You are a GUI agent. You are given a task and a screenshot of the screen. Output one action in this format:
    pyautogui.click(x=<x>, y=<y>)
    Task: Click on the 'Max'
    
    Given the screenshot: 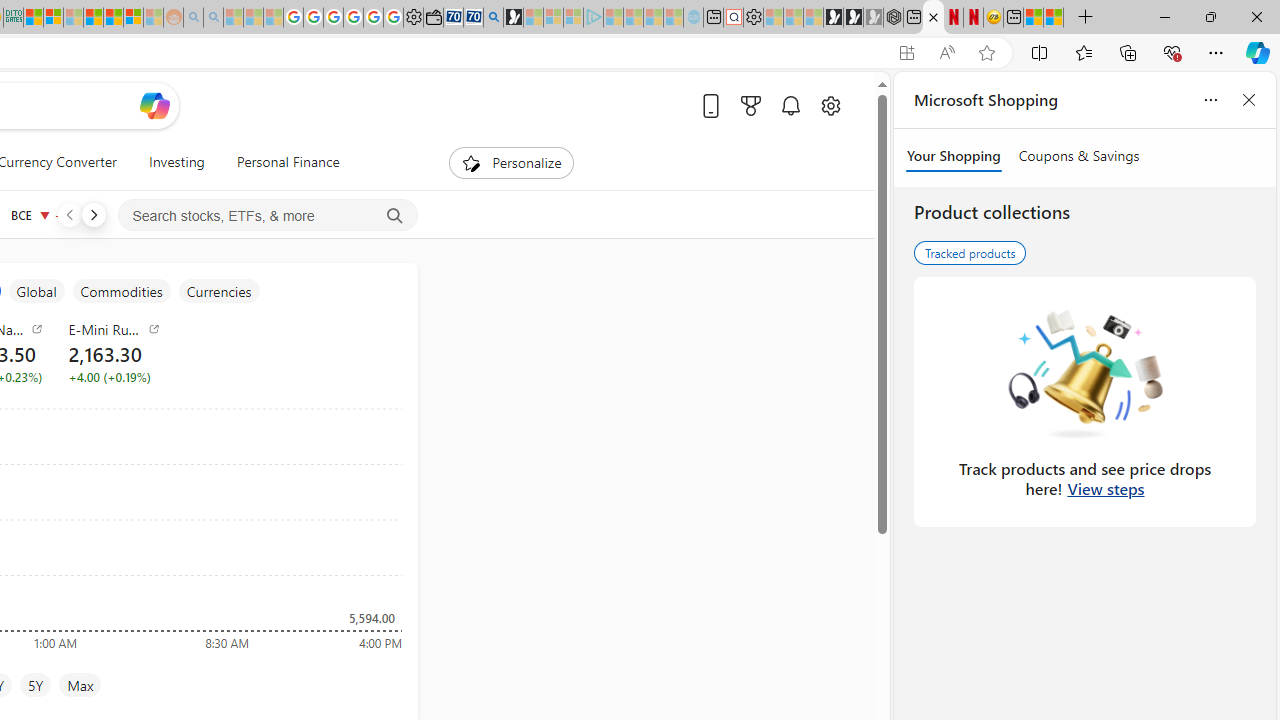 What is the action you would take?
    pyautogui.click(x=80, y=684)
    